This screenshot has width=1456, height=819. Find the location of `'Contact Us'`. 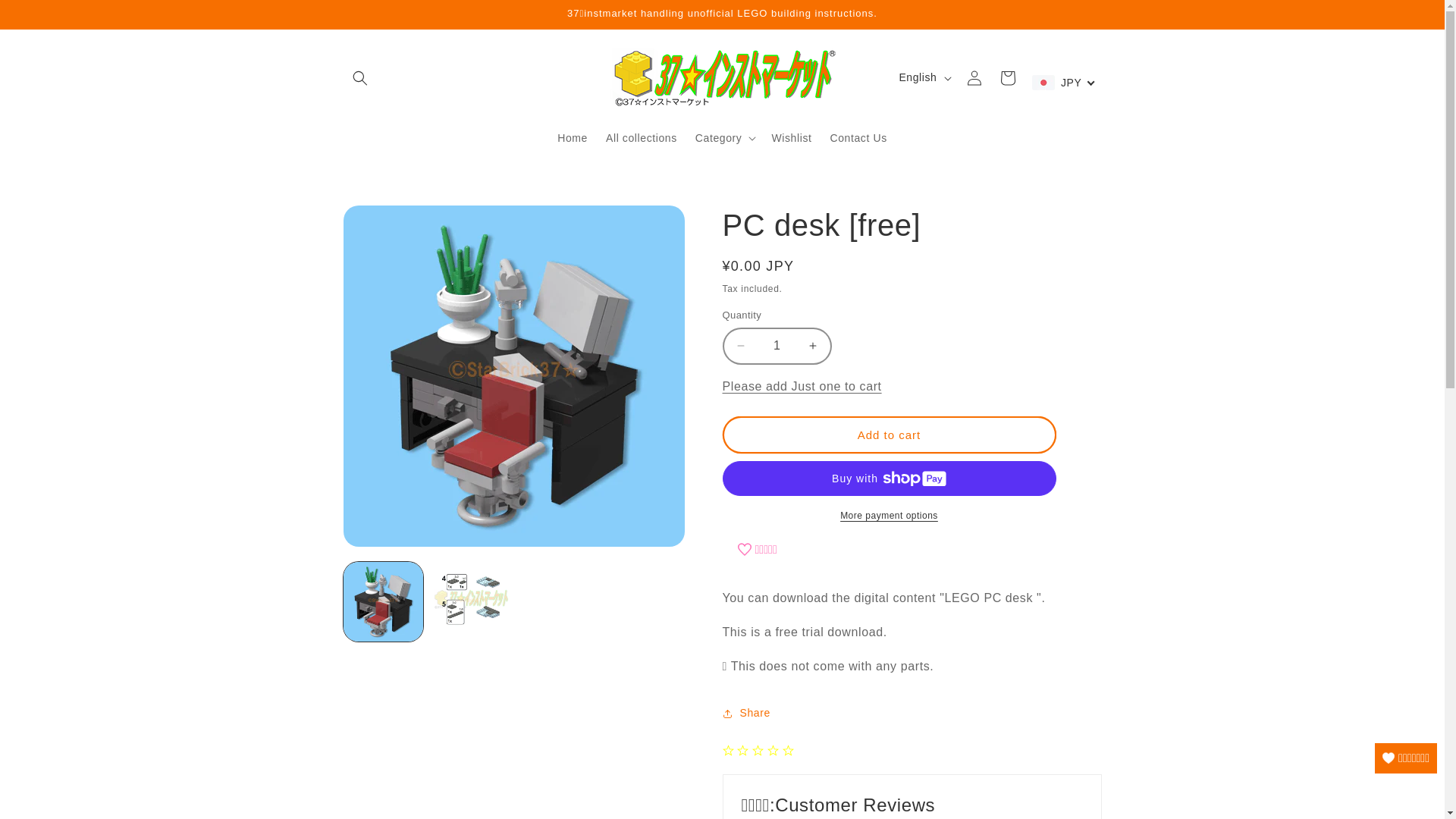

'Contact Us' is located at coordinates (858, 137).